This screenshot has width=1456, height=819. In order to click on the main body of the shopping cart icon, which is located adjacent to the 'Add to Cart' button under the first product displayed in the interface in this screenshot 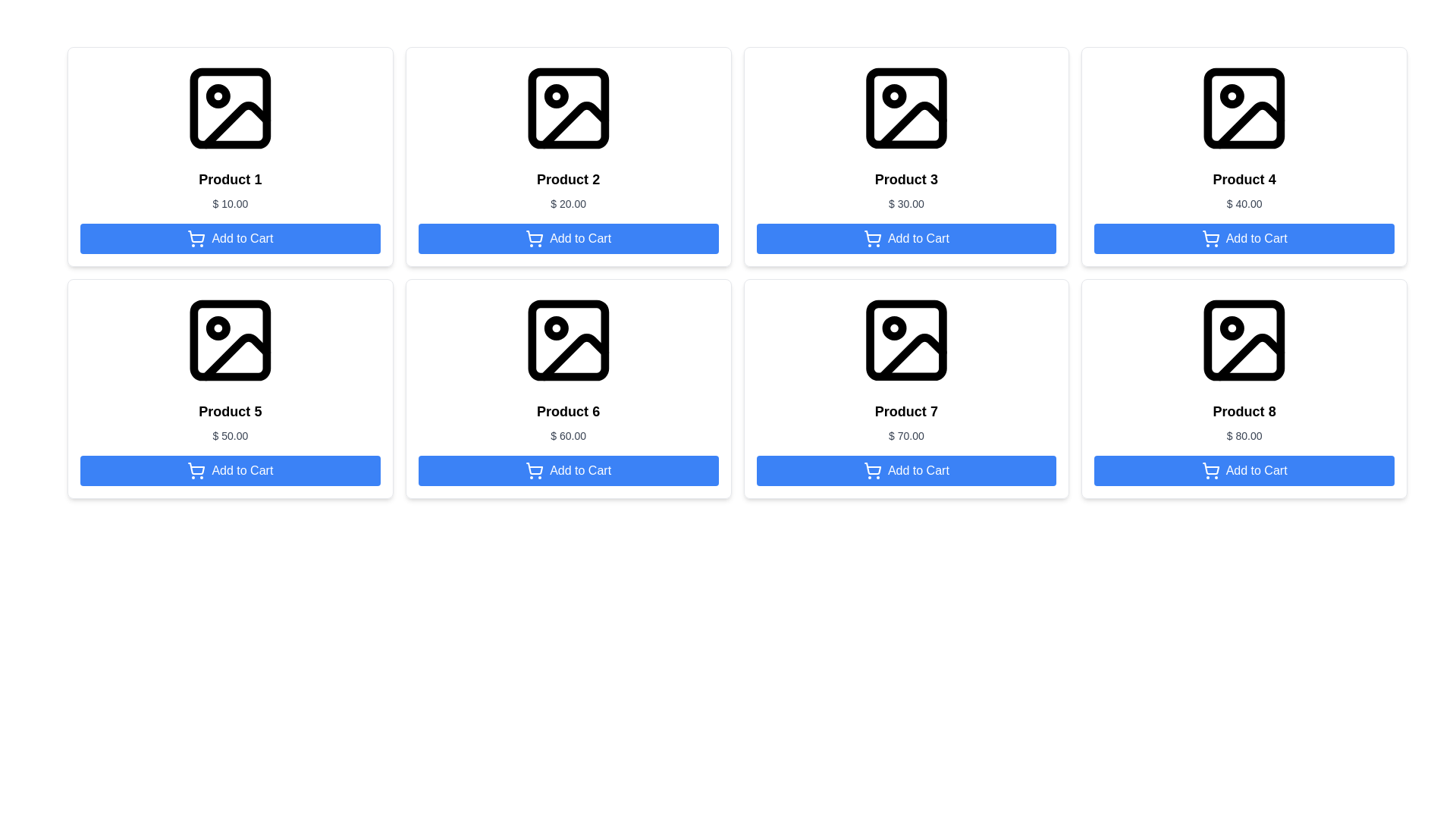, I will do `click(196, 237)`.